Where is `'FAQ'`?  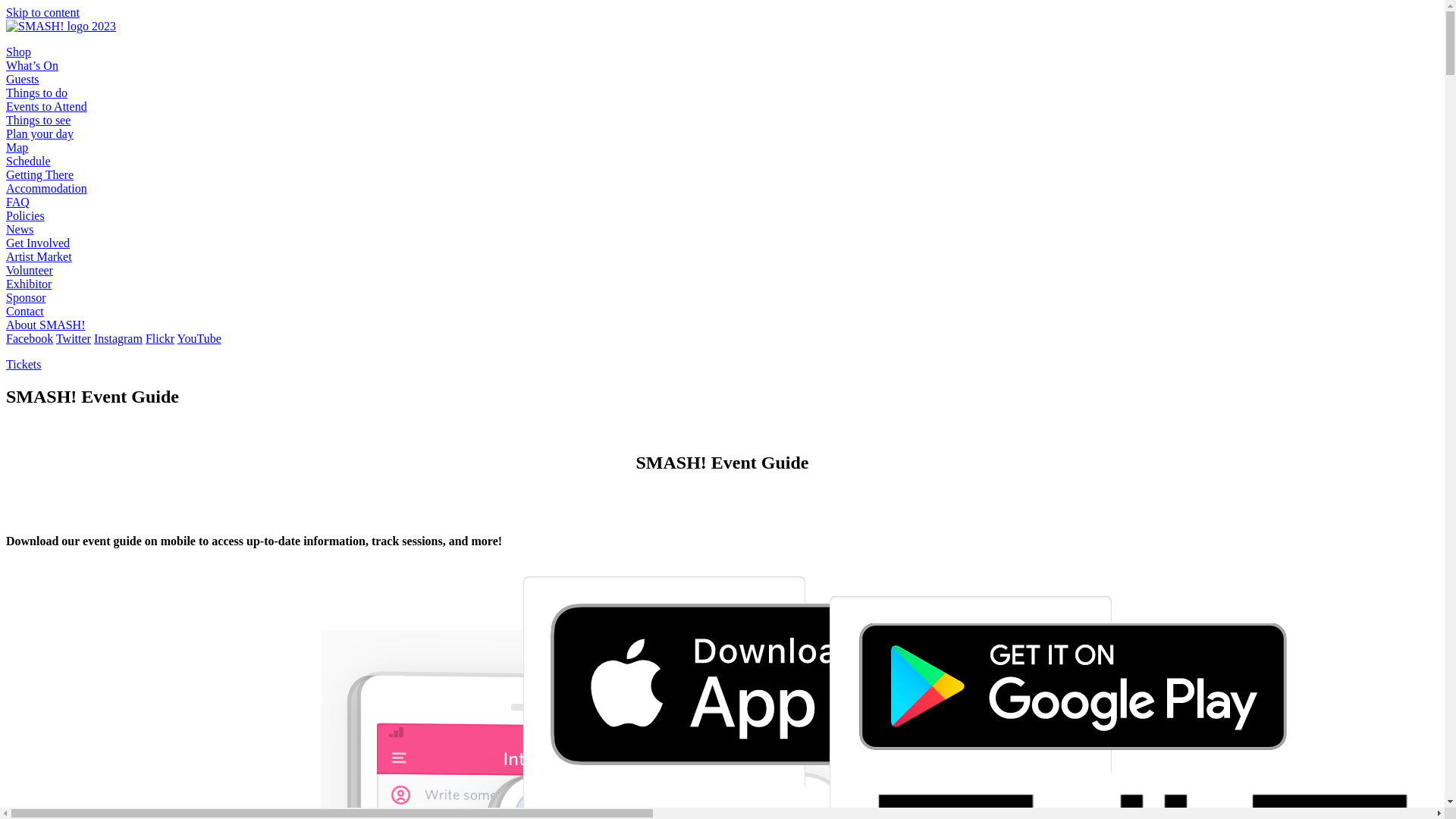 'FAQ' is located at coordinates (17, 201).